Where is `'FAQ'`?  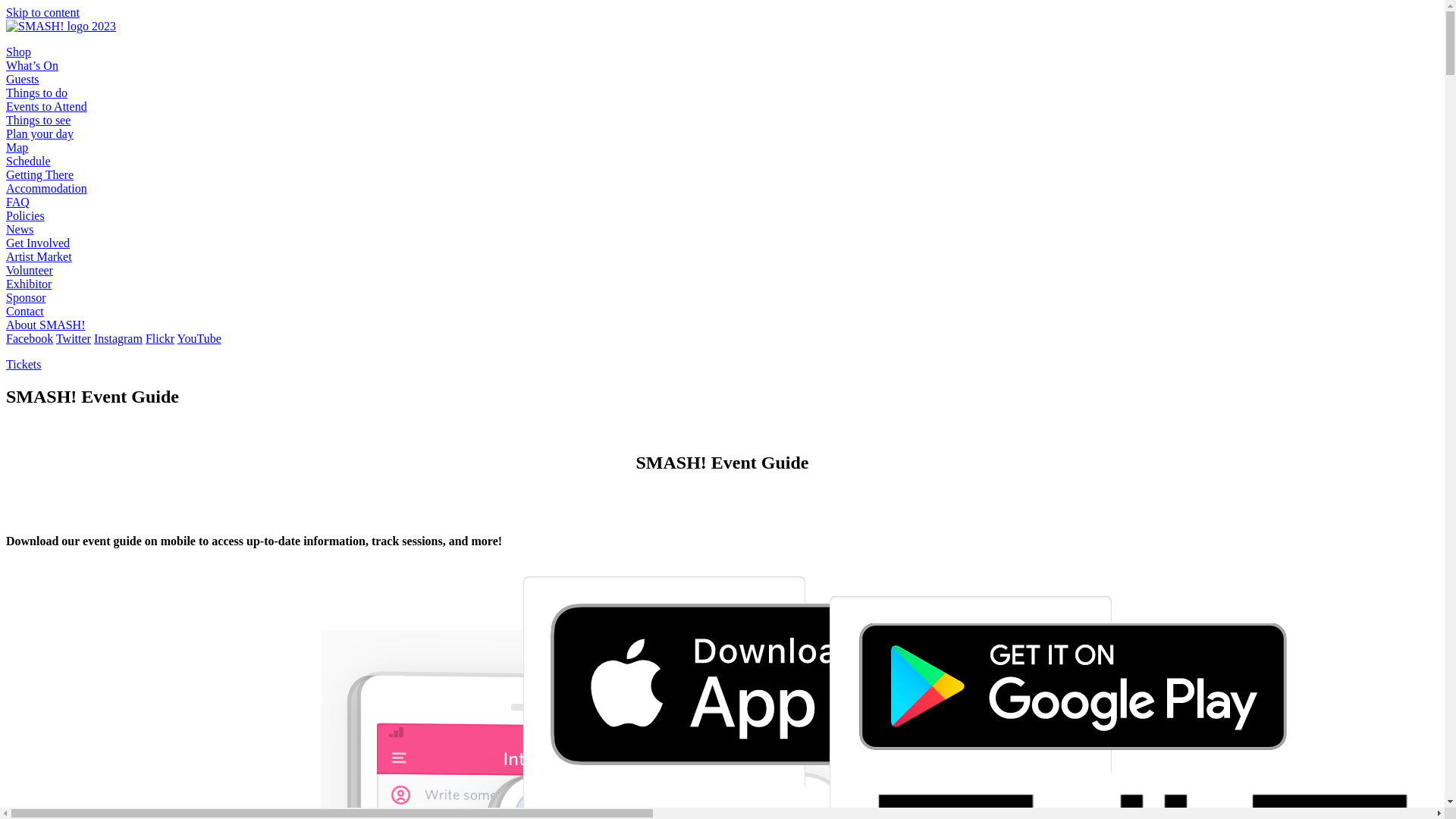 'FAQ' is located at coordinates (17, 201).